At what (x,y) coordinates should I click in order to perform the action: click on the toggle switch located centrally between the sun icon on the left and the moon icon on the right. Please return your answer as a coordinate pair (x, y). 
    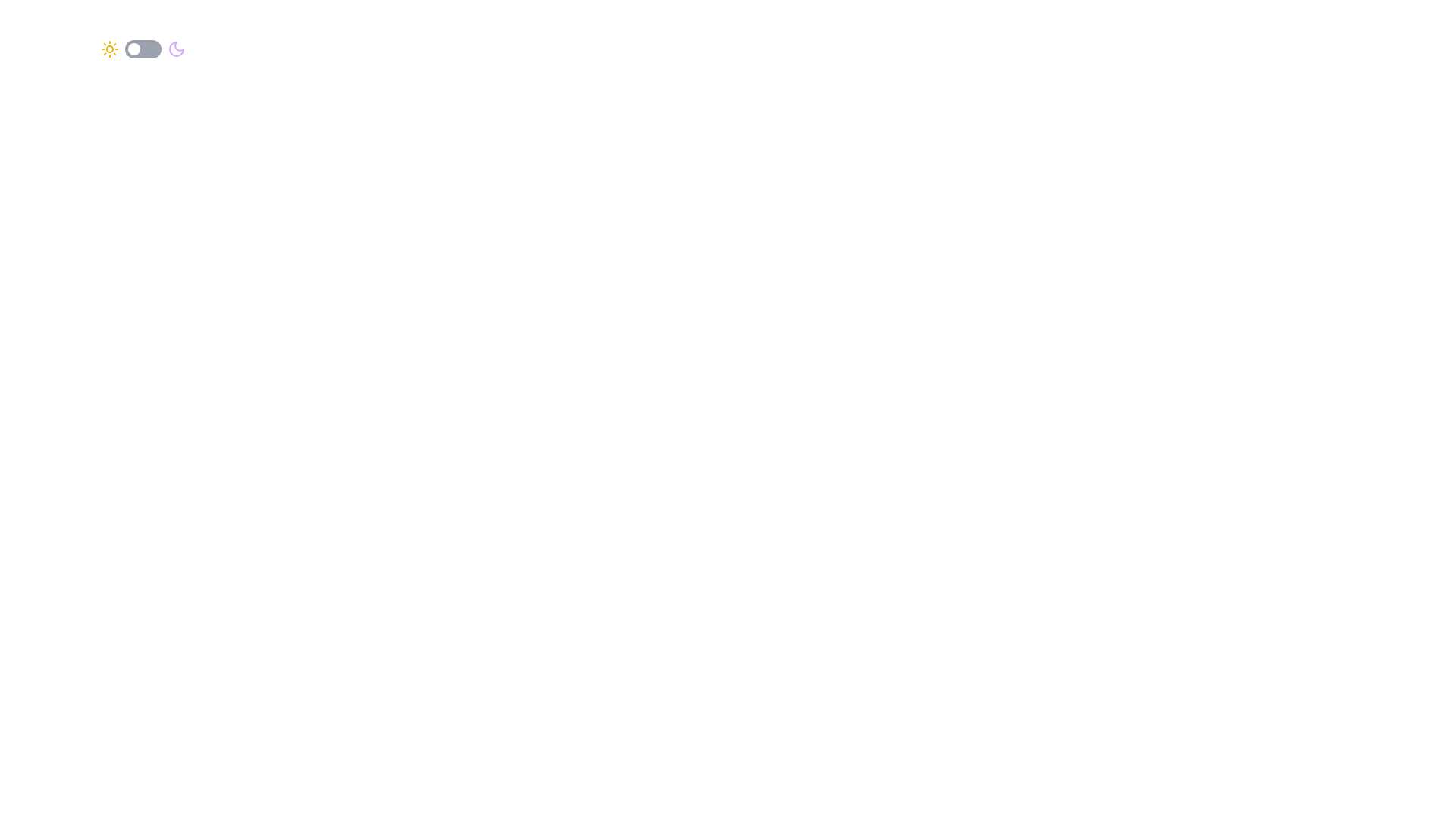
    Looking at the image, I should click on (143, 49).